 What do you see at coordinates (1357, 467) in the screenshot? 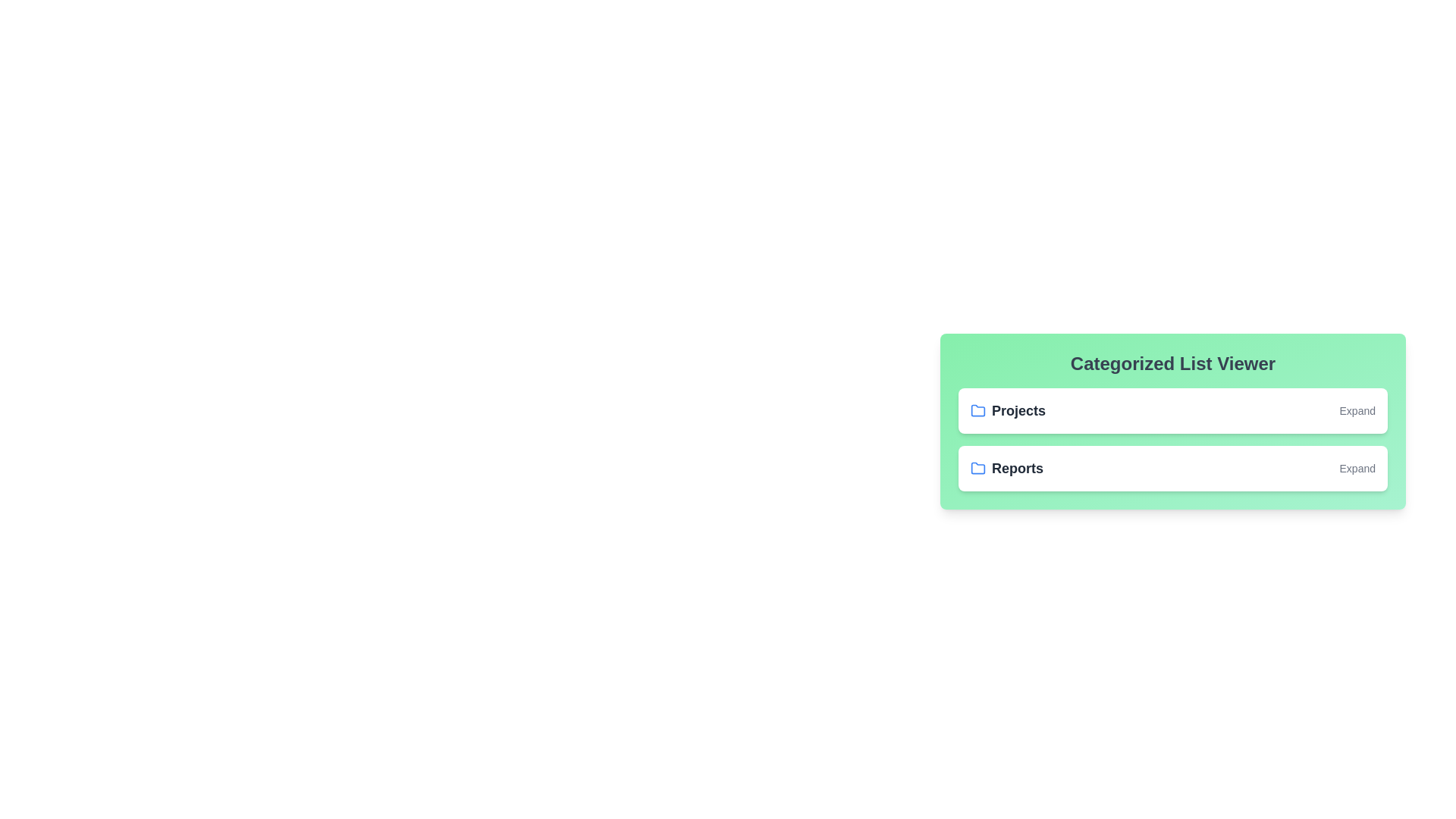
I see `the 'Expand' button for the Reports category` at bounding box center [1357, 467].